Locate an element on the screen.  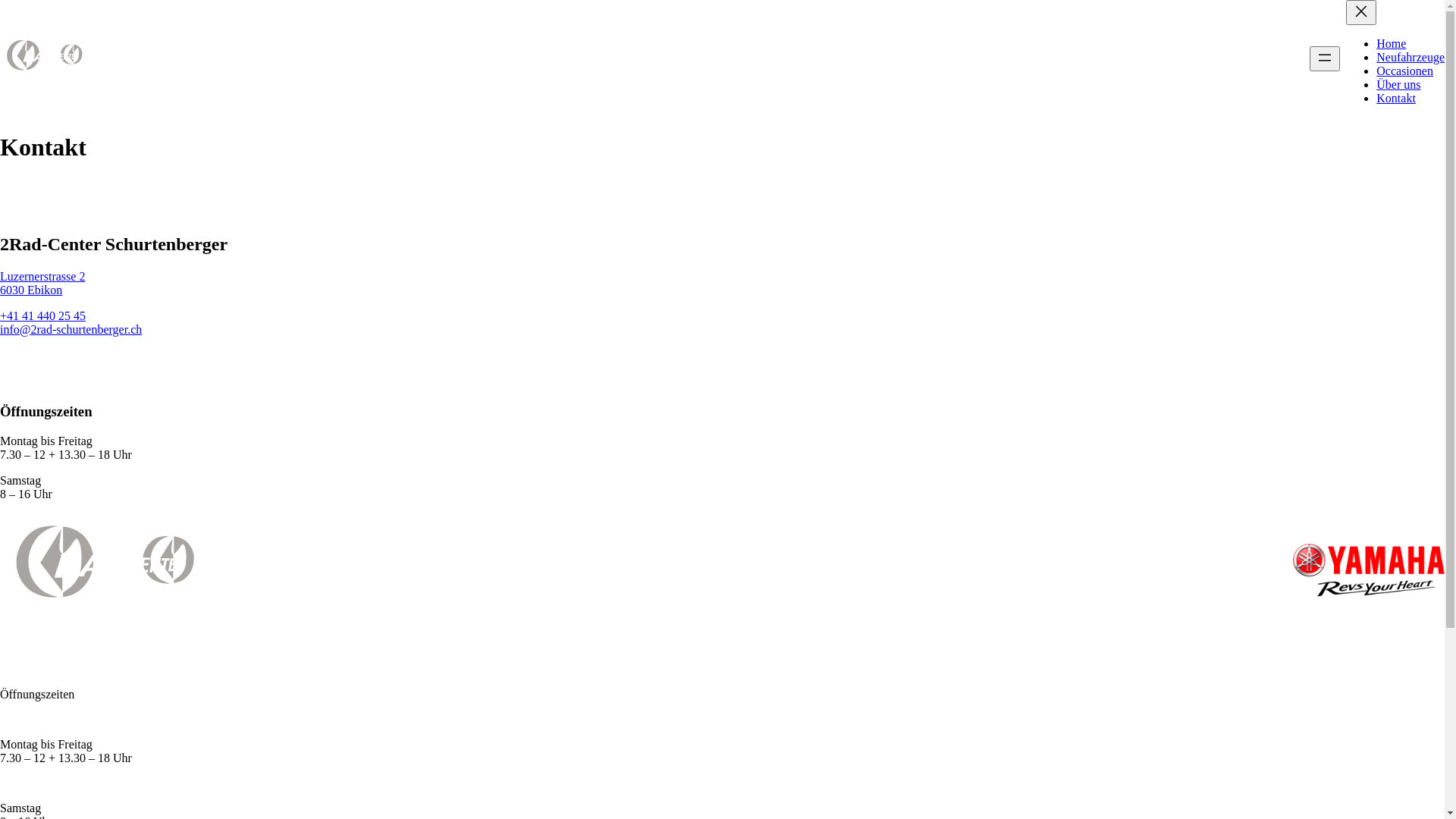
'+41 41 440 25 45' is located at coordinates (42, 315).